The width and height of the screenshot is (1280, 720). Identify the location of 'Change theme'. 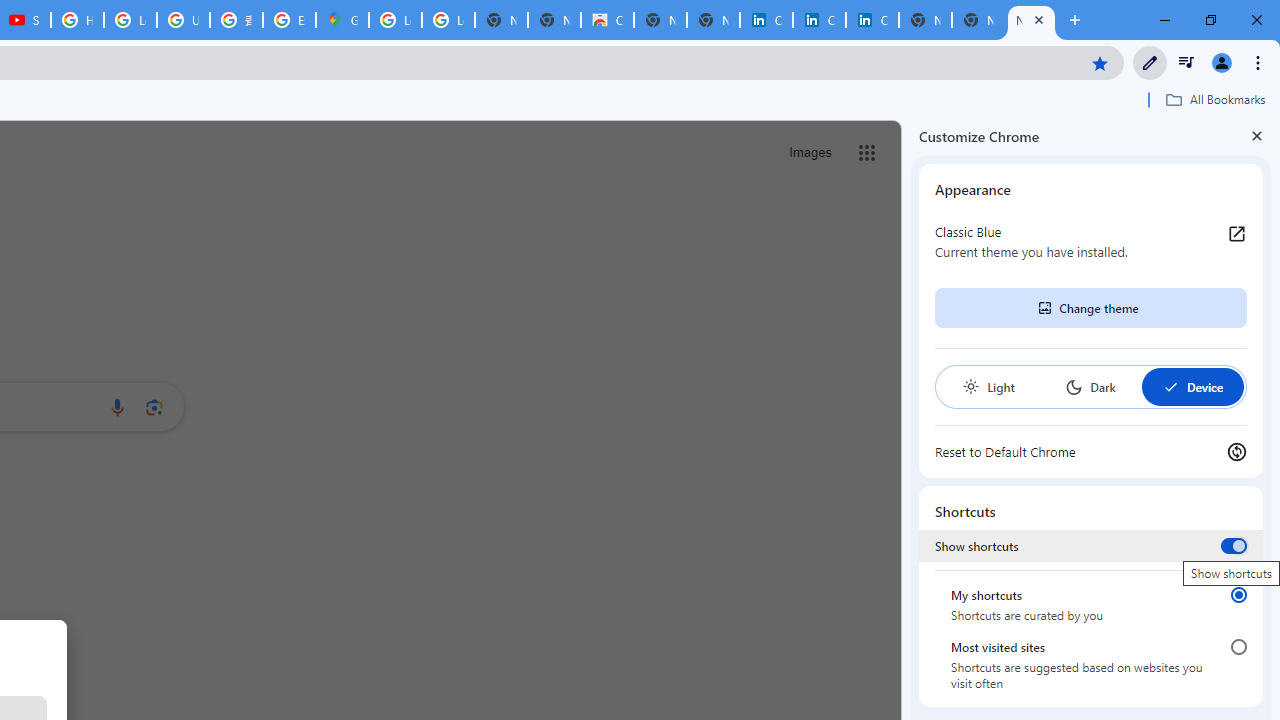
(1089, 308).